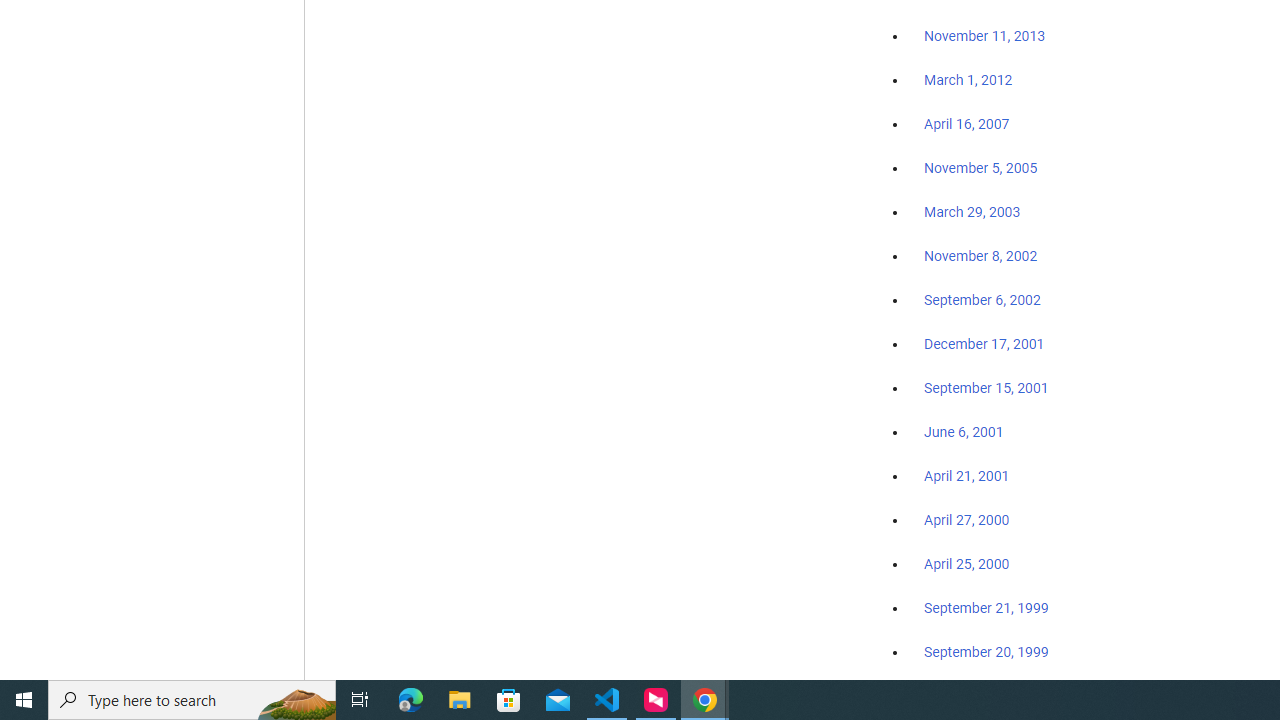 This screenshot has height=720, width=1280. I want to click on 'December 17, 2001', so click(984, 342).